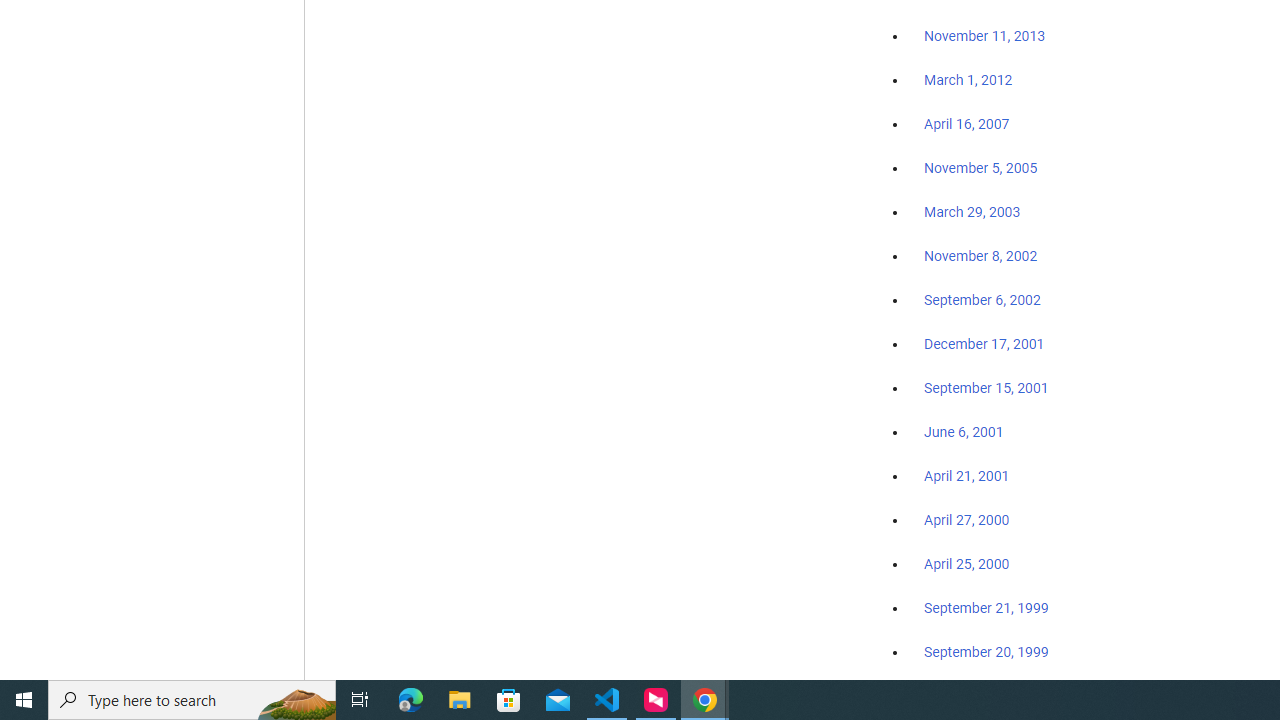 This screenshot has height=720, width=1280. I want to click on 'December 17, 2001', so click(984, 342).